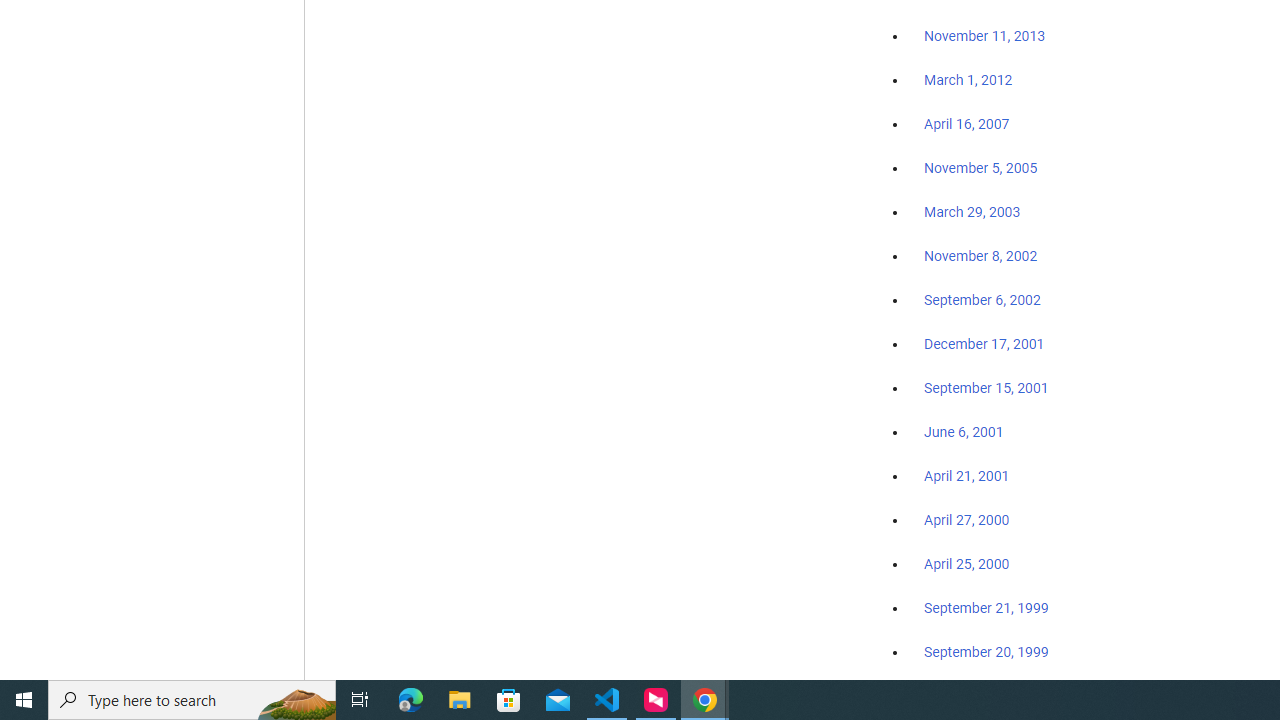 This screenshot has height=720, width=1280. I want to click on 'December 17, 2001', so click(984, 342).